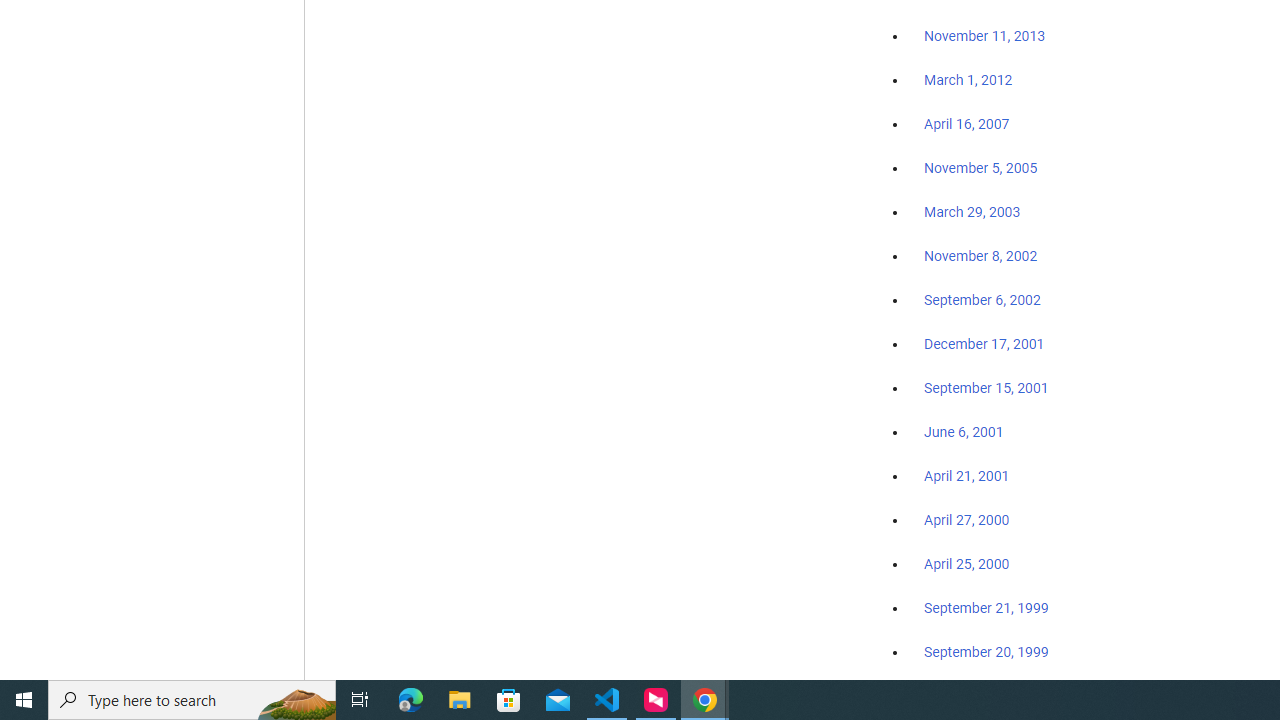 This screenshot has height=720, width=1280. I want to click on 'December 17, 2001', so click(984, 342).